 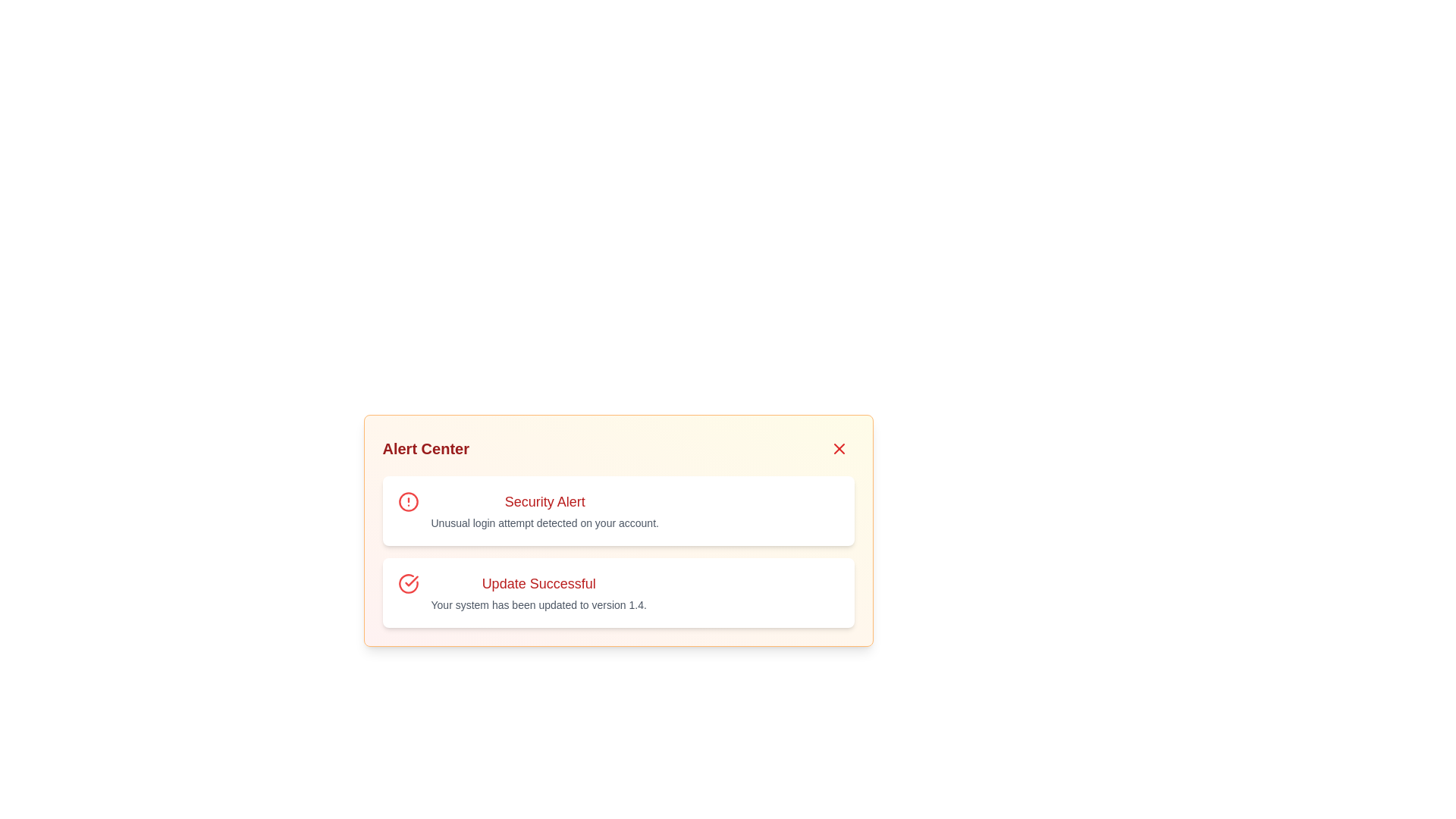 I want to click on the informational text label that conveys the system update details stating the update to version 1.4, located beneath the heading in the 'Update Successful' notification card, so click(x=538, y=604).